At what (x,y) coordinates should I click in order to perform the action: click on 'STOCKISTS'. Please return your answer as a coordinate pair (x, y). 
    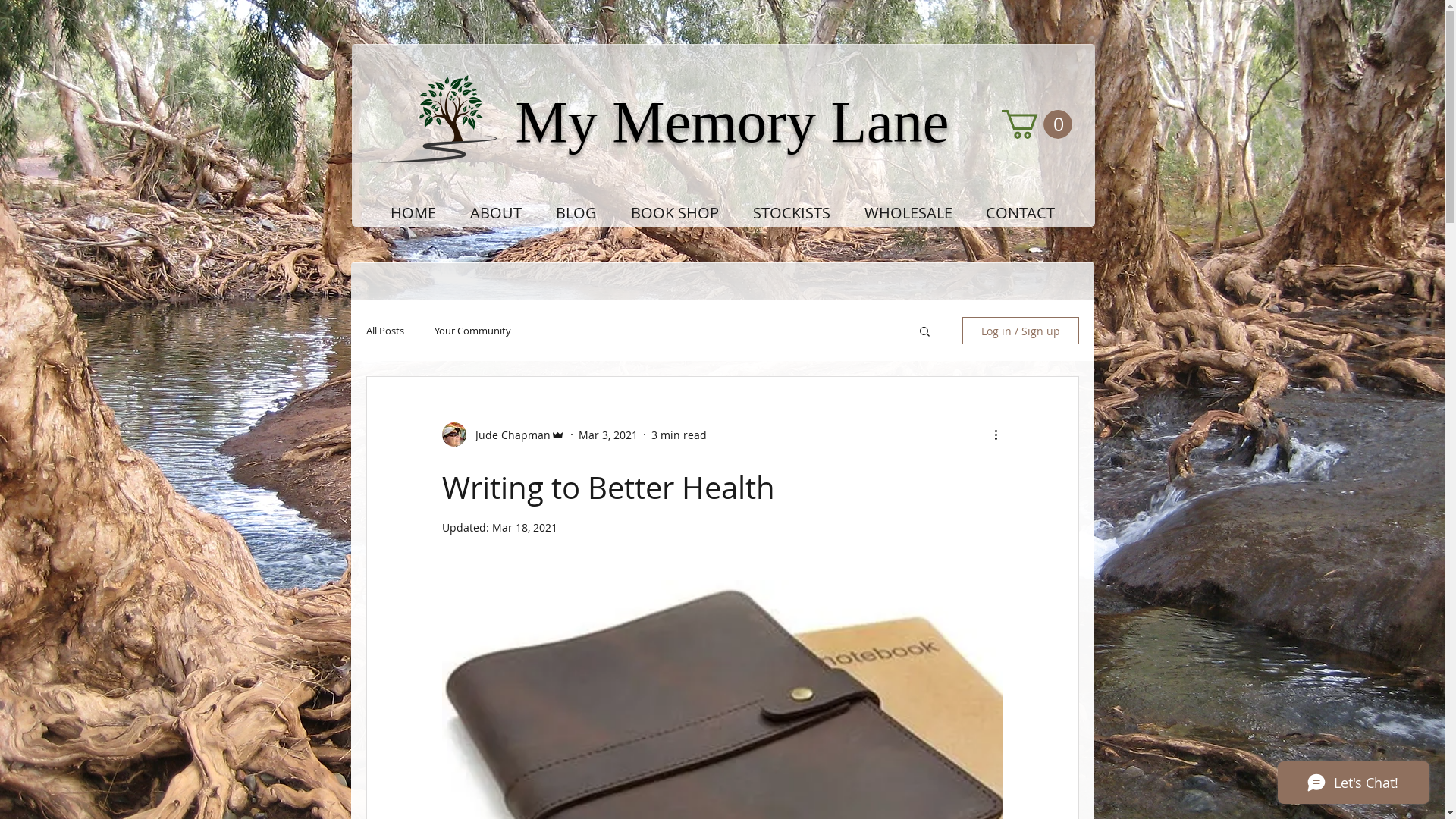
    Looking at the image, I should click on (735, 213).